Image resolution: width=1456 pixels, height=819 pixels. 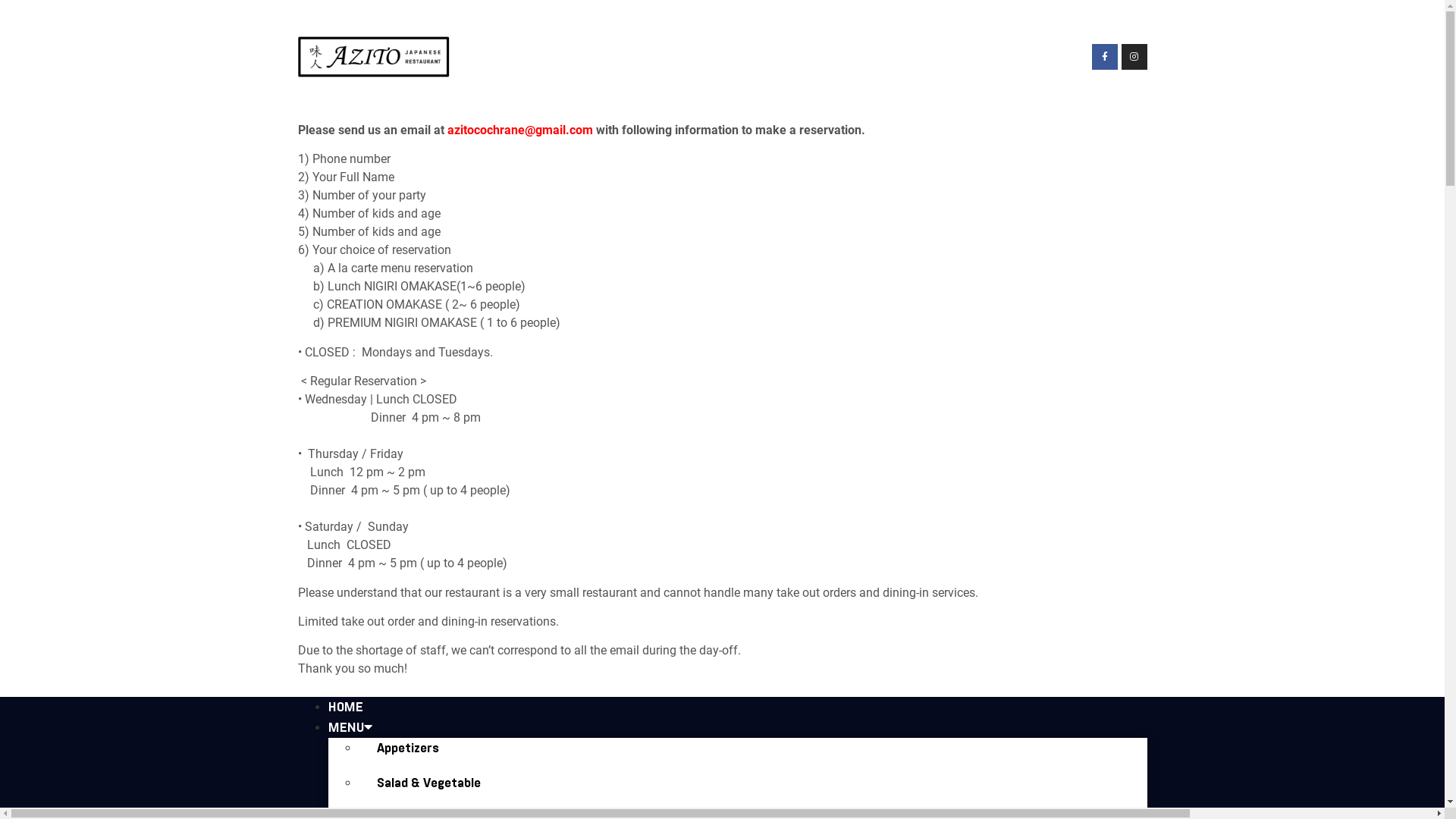 I want to click on 'HOME', so click(x=344, y=707).